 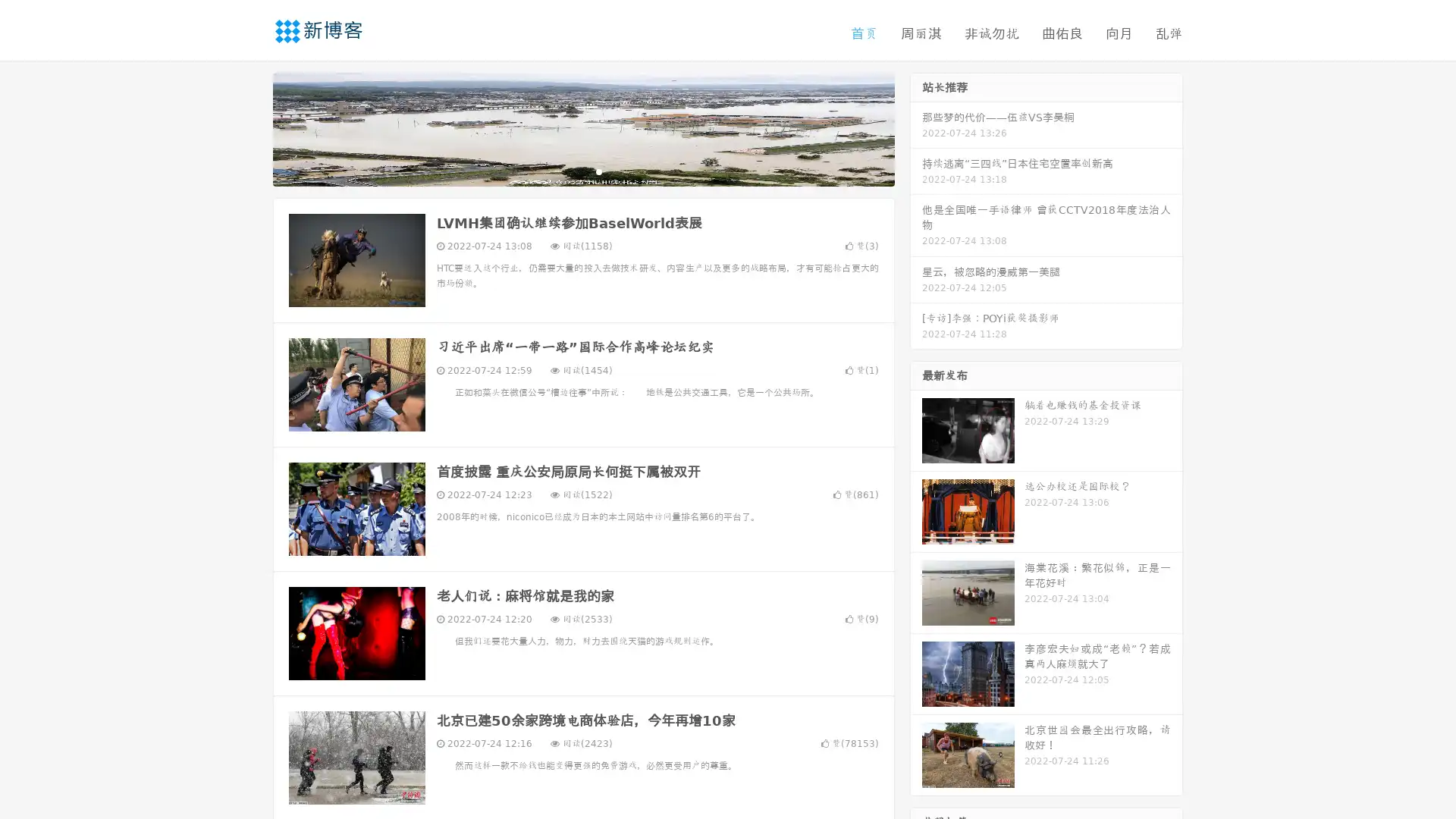 What do you see at coordinates (916, 127) in the screenshot?
I see `Next slide` at bounding box center [916, 127].